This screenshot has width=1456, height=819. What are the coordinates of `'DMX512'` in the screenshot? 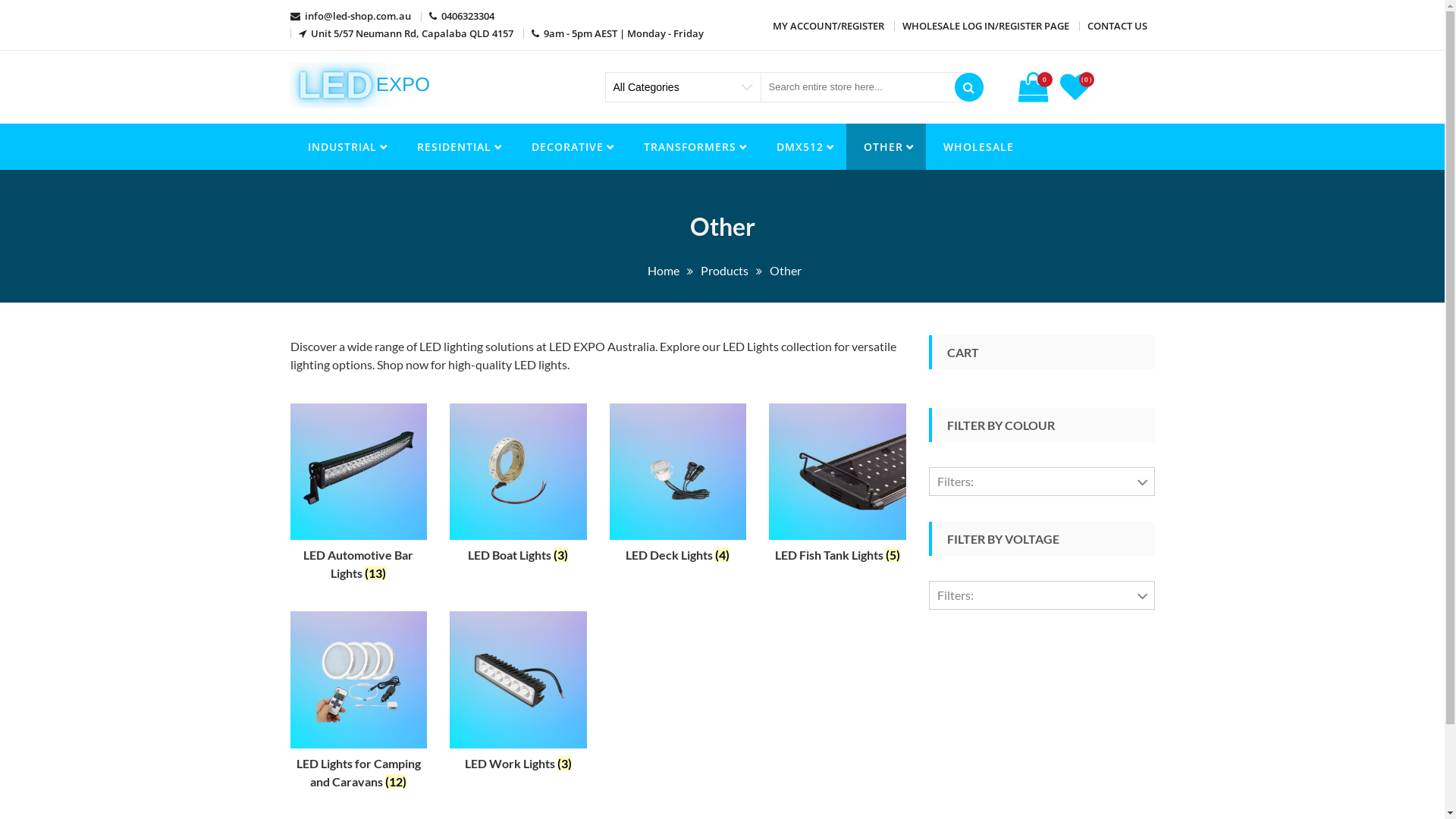 It's located at (801, 146).